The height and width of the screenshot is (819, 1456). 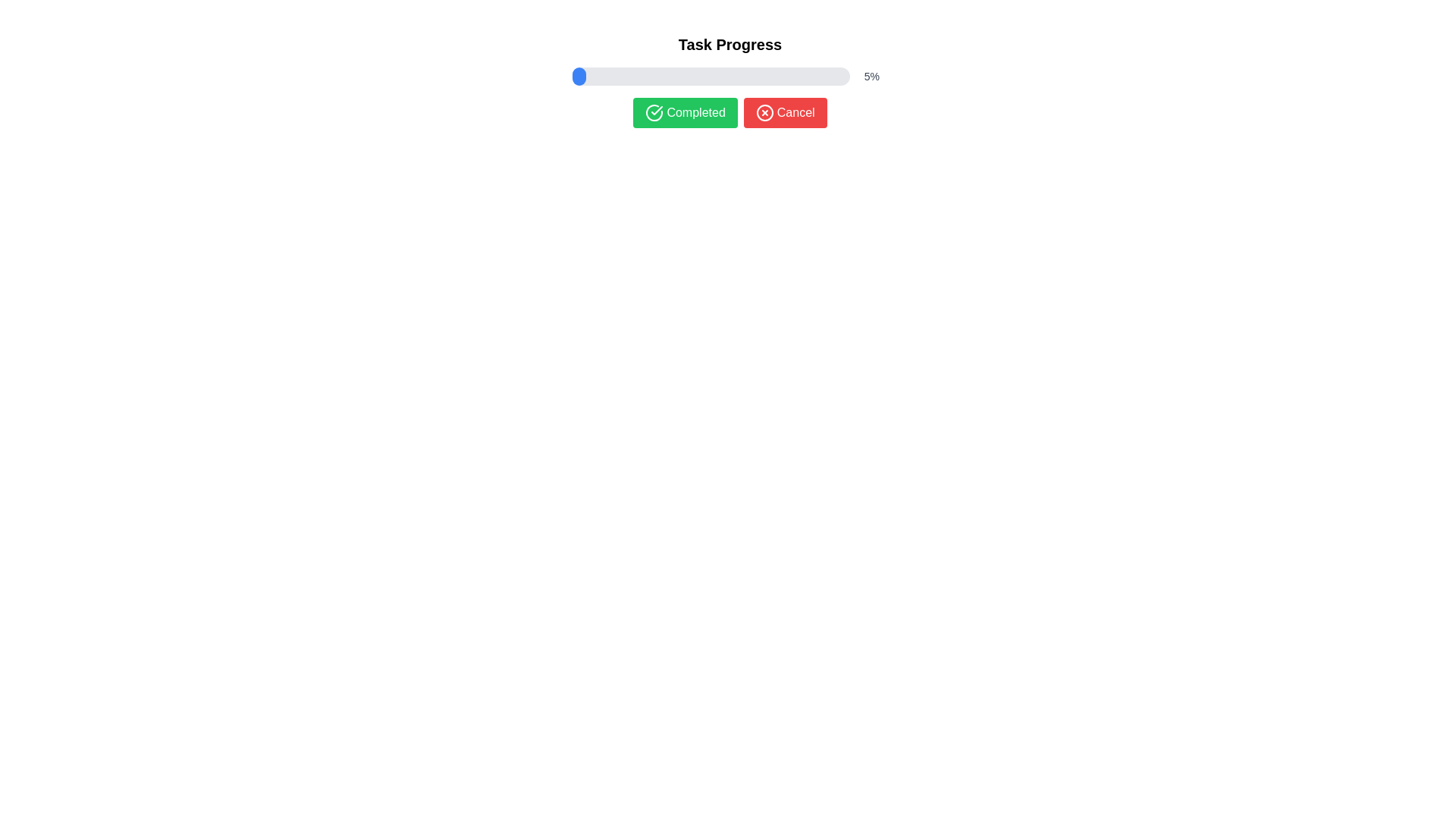 I want to click on the green 'Completed' button in the horizontal button group to mark the task as completed, so click(x=730, y=112).